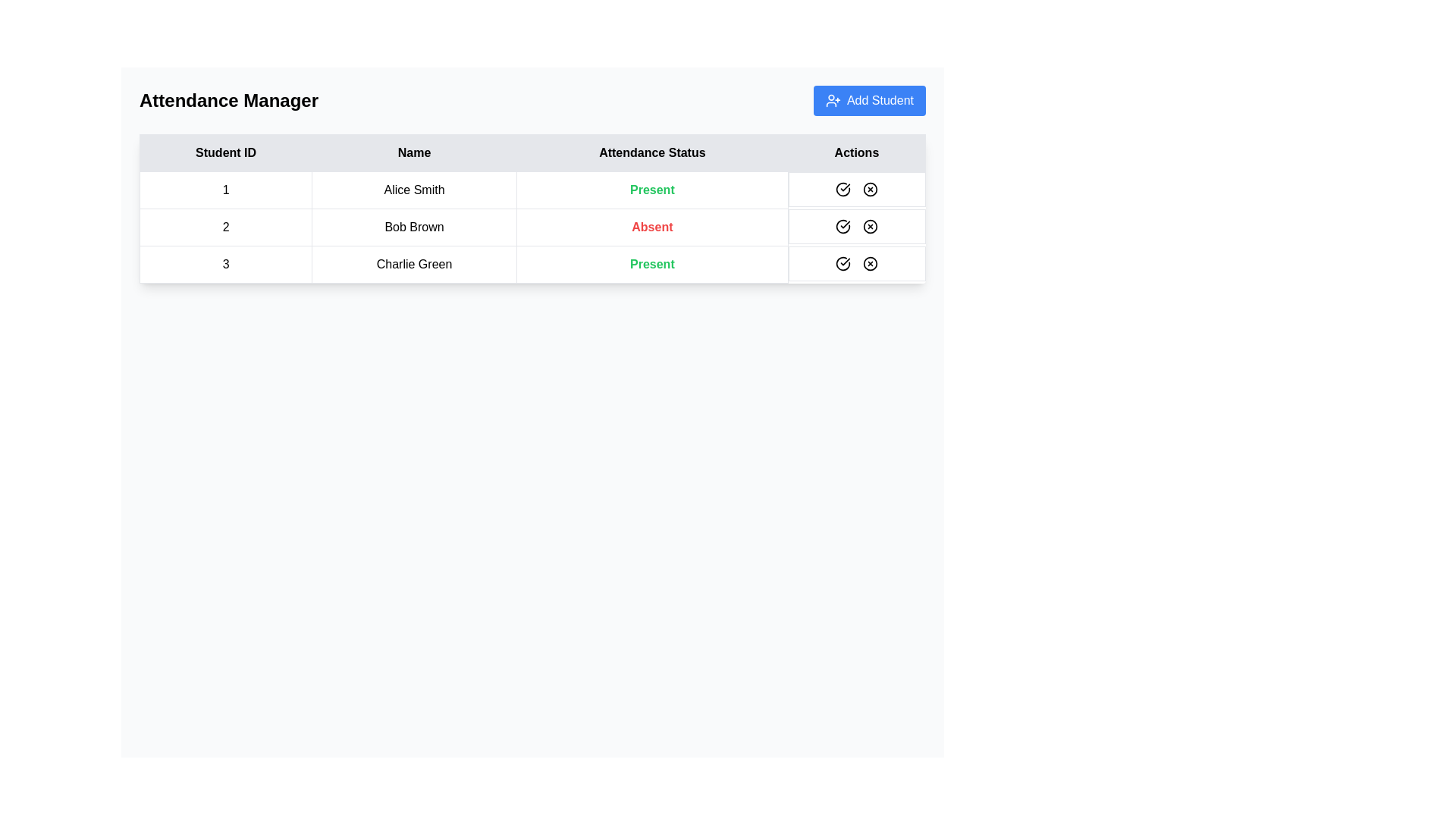  Describe the element at coordinates (652, 227) in the screenshot. I see `the 'Absent' text label, which is bold and red, indicating Bob Brown's attendance status in the second row of the table` at that location.